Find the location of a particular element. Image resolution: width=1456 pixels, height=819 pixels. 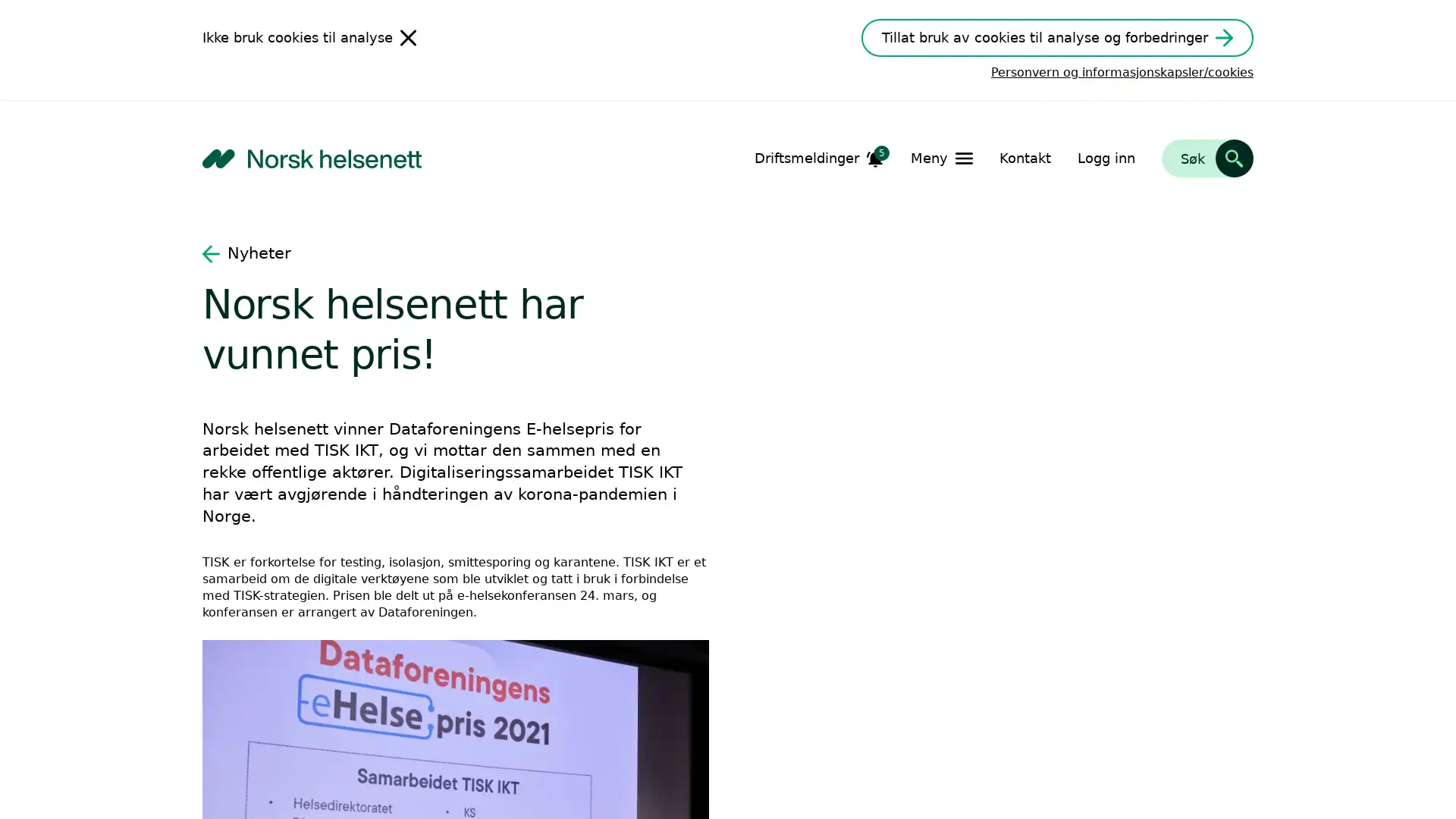

Ikke bruk cookies til analyse is located at coordinates (309, 37).